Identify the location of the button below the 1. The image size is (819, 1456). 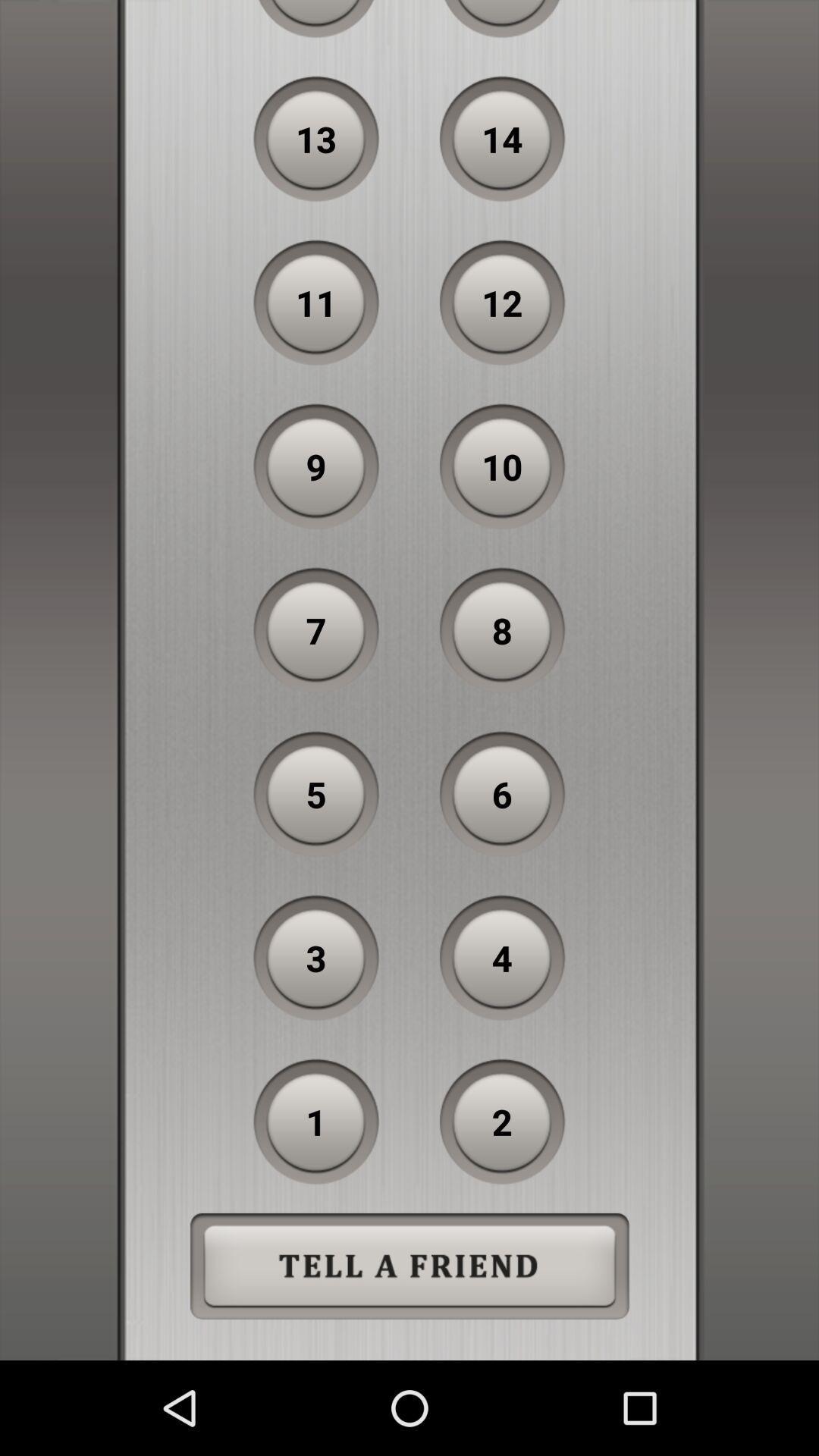
(409, 1266).